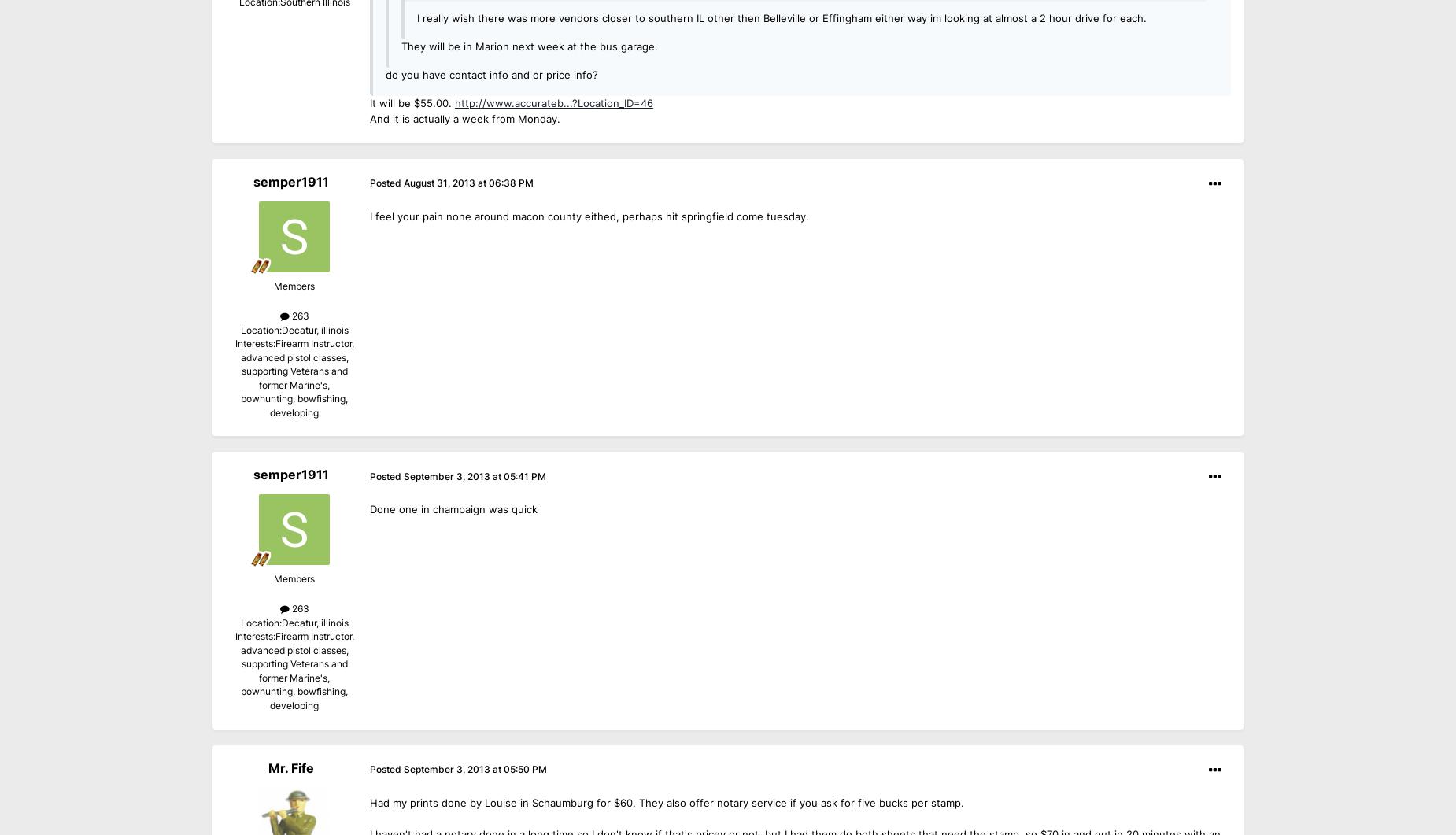 The width and height of the screenshot is (1456, 835). Describe the element at coordinates (454, 103) in the screenshot. I see `'http://www.accurateb...?Location_ID=46'` at that location.